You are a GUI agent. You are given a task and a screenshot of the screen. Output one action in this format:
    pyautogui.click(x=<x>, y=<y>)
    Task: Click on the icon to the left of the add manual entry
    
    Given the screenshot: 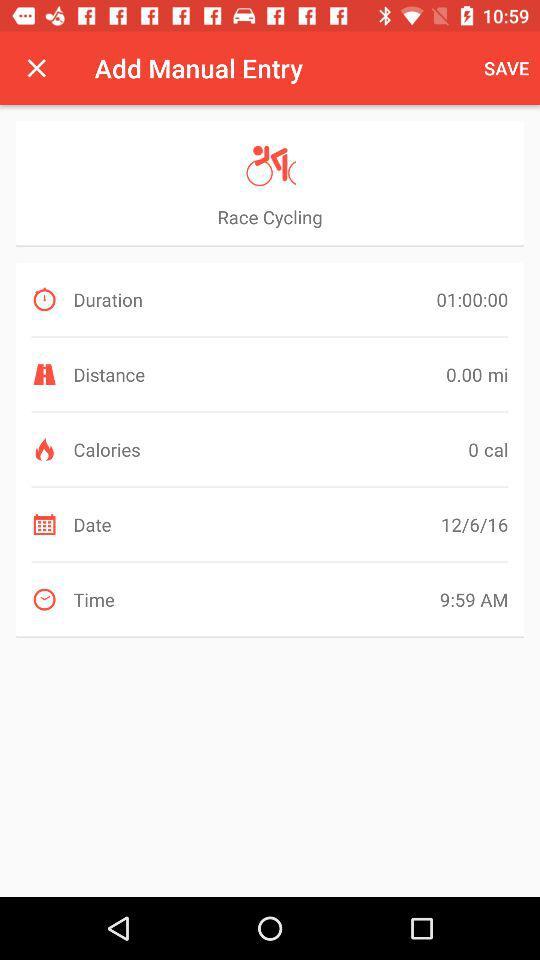 What is the action you would take?
    pyautogui.click(x=36, y=68)
    